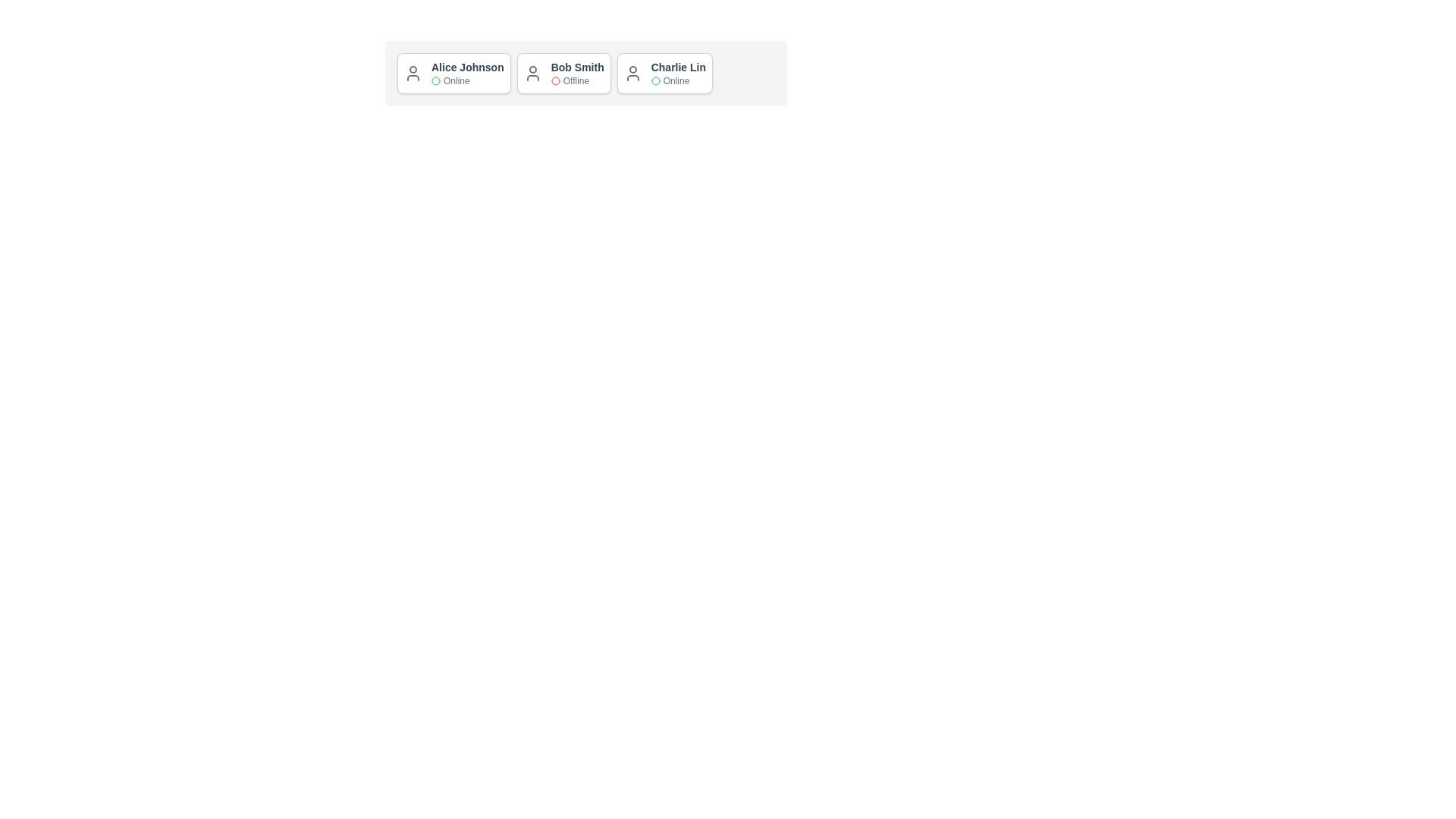 The image size is (1456, 819). I want to click on the card of Alice Johnson to select it, so click(453, 73).